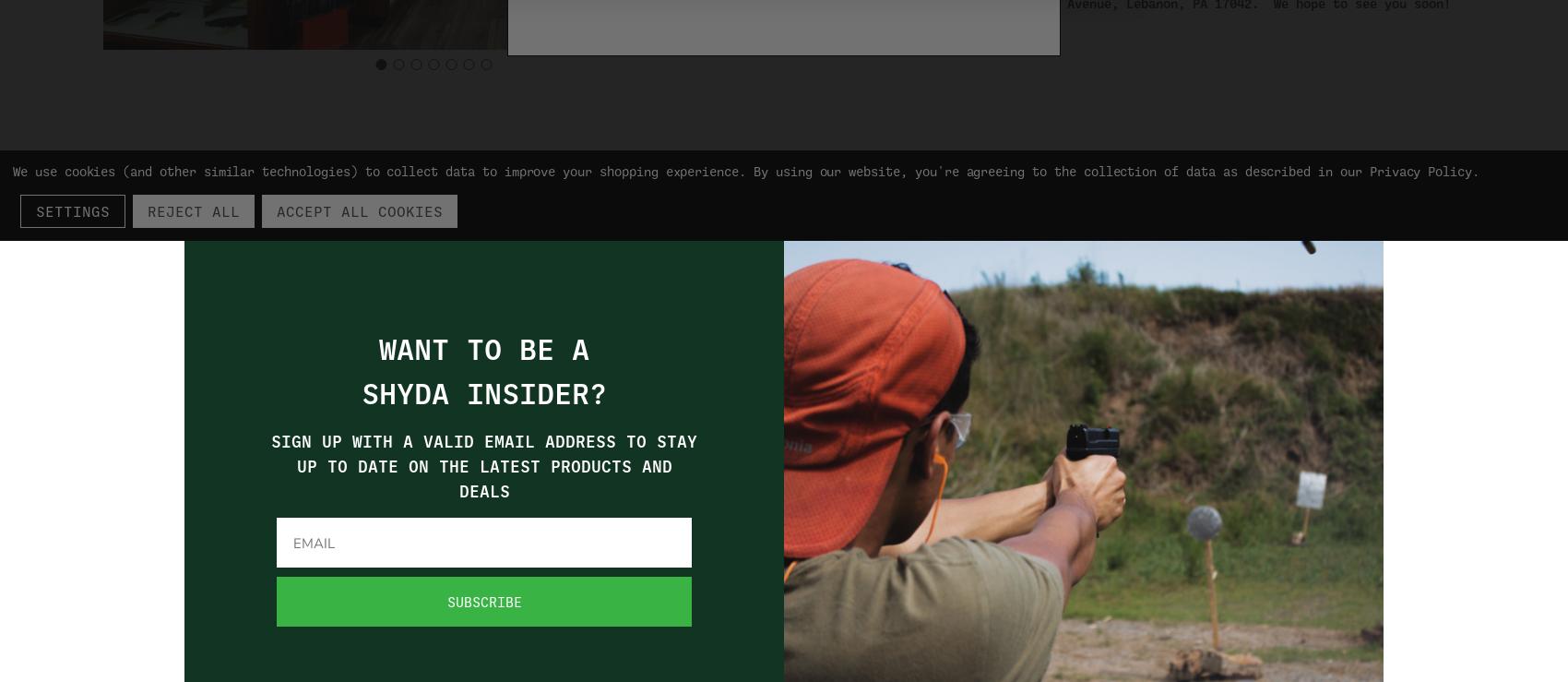 Image resolution: width=1568 pixels, height=682 pixels. Describe the element at coordinates (483, 601) in the screenshot. I see `'Subscribe'` at that location.